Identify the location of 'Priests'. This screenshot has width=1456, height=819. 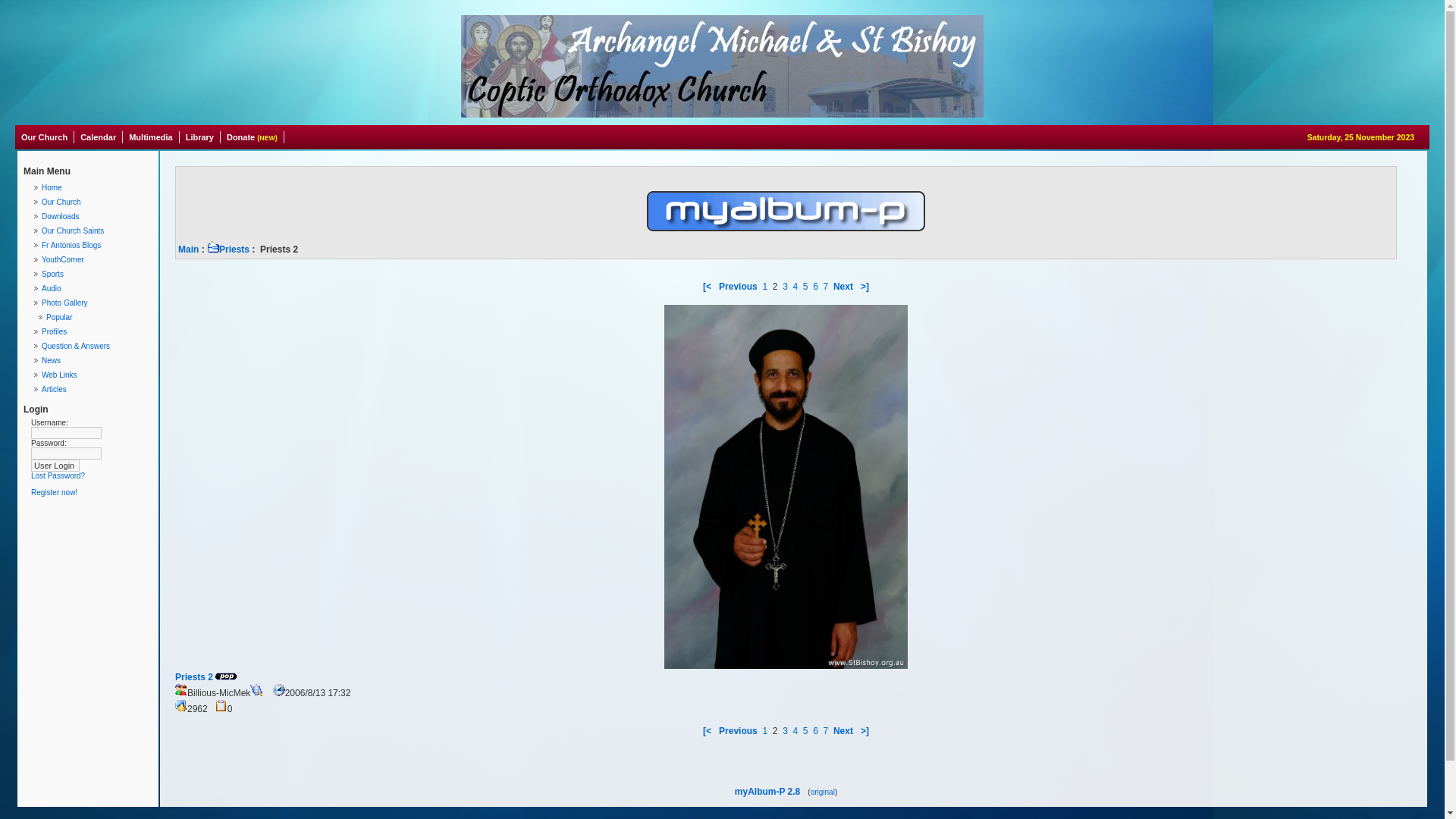
(227, 248).